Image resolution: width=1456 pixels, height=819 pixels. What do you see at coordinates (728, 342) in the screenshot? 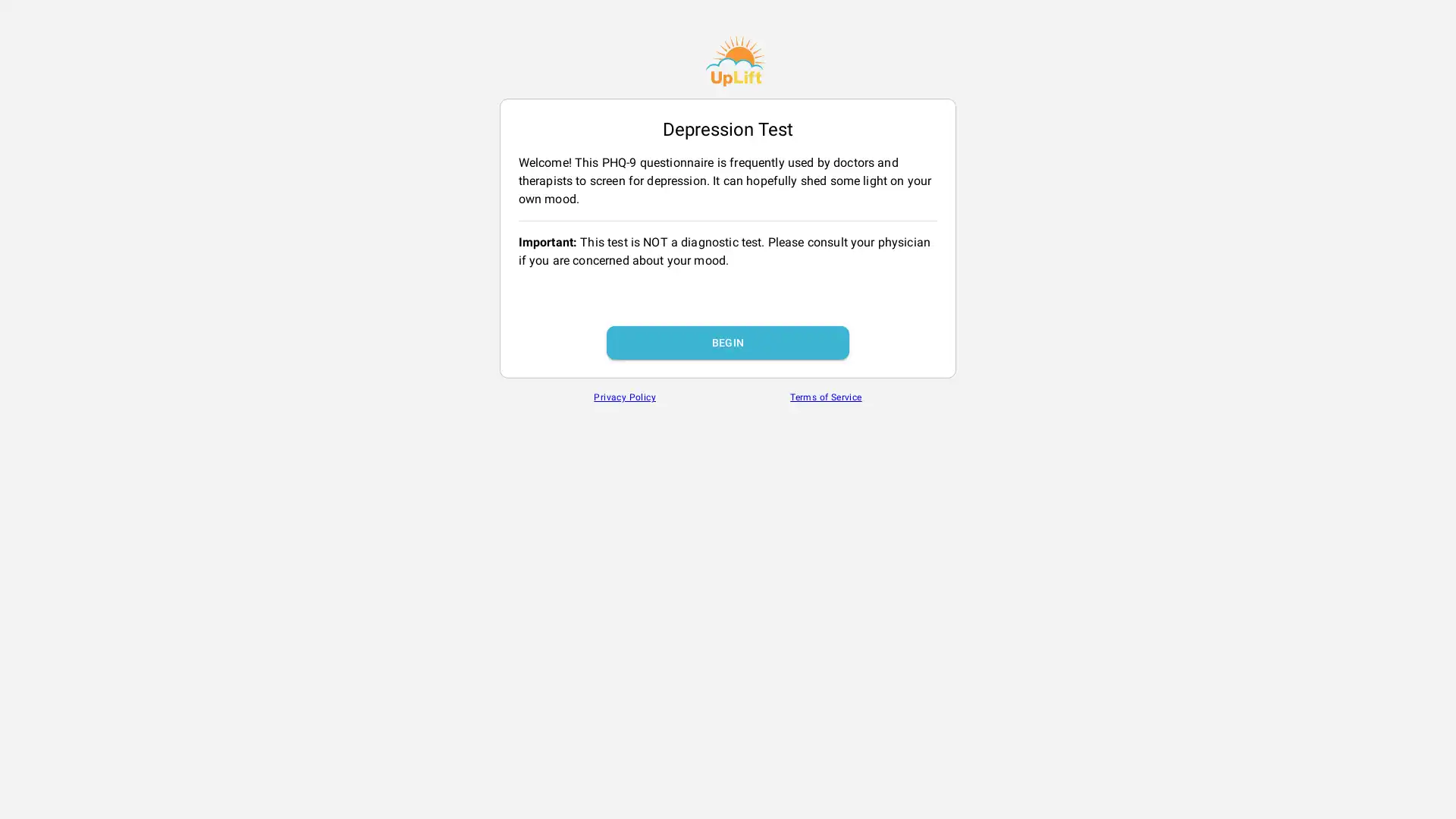
I see `BEGIN` at bounding box center [728, 342].